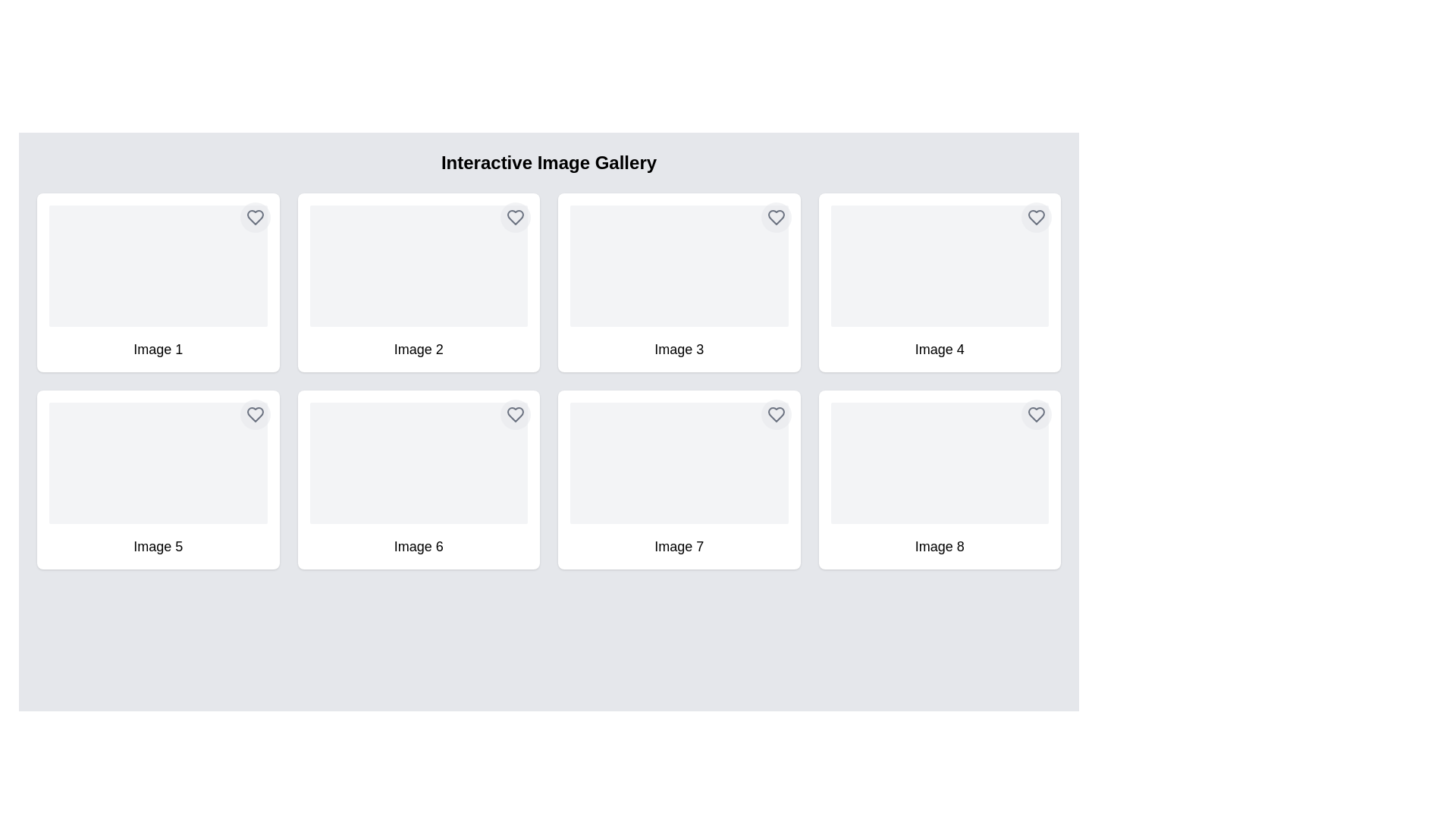 Image resolution: width=1456 pixels, height=819 pixels. I want to click on the heart icon representing a favorite or like indicator, located within the first grid item of the 'Interactive Image Gallery', aligned with the top right corner of the first image card above 'Image 1', so click(255, 217).